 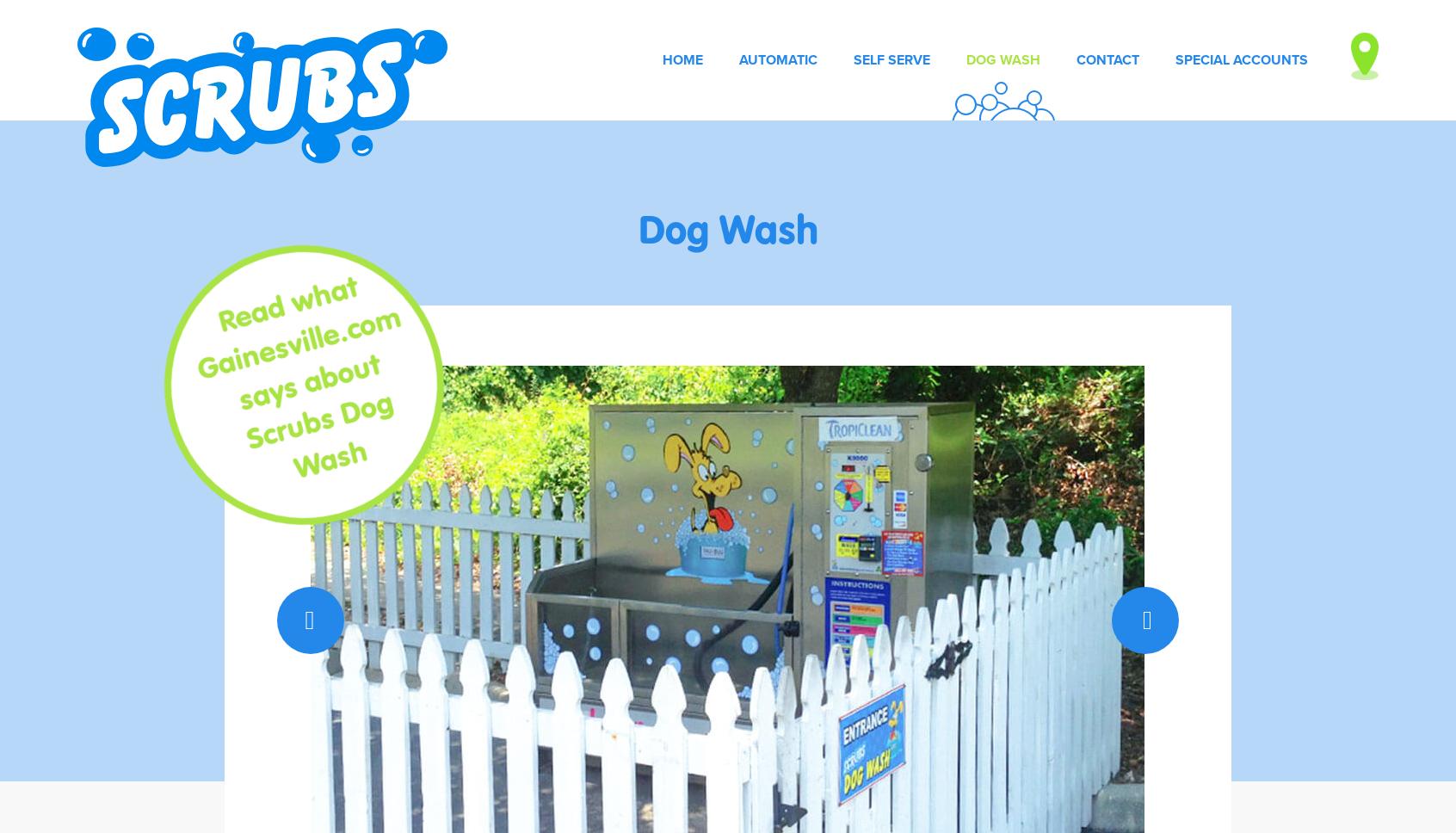 I want to click on 'Location:', so click(x=999, y=96).